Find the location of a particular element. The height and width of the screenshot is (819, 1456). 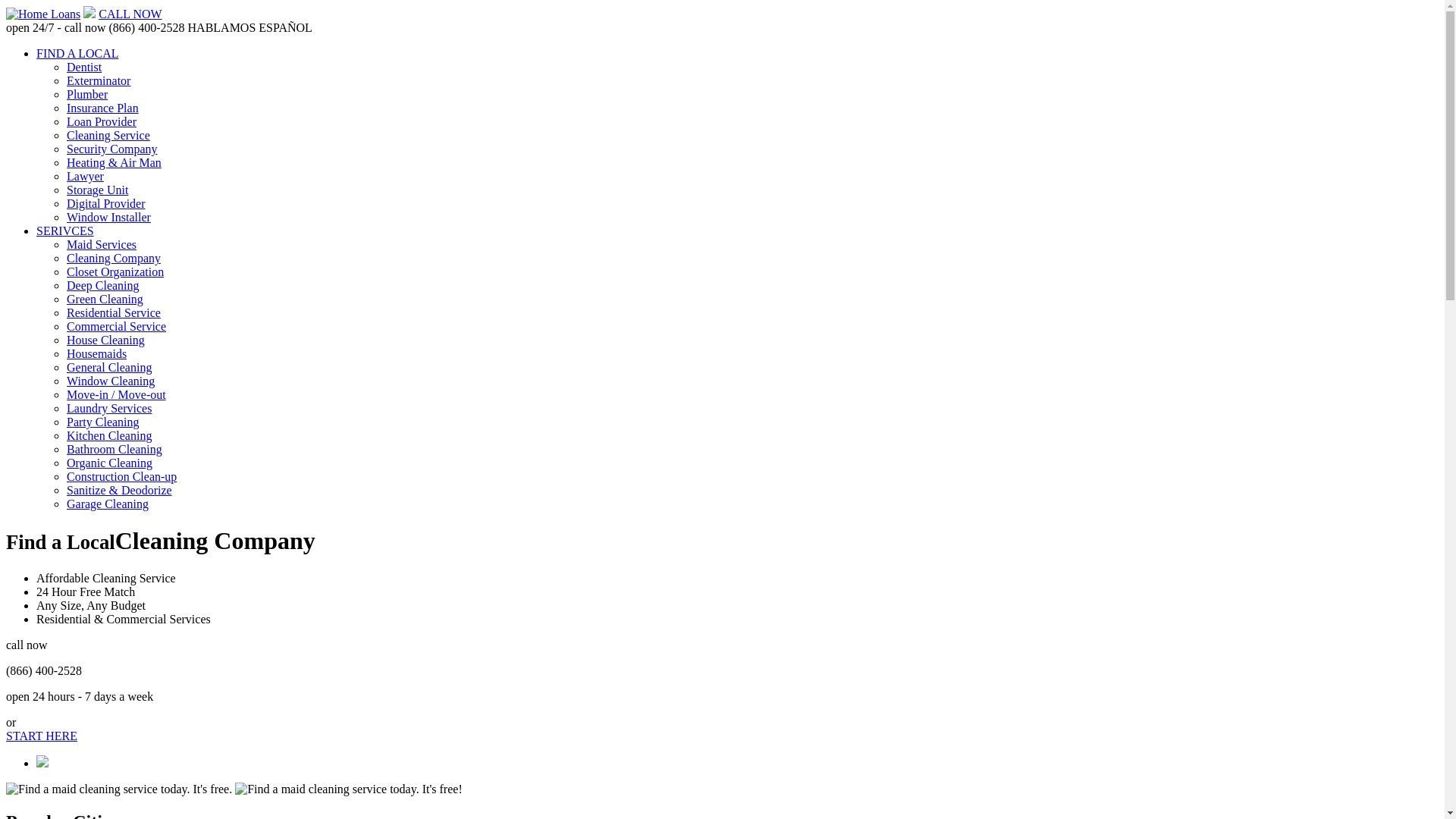

'Garage Cleaning' is located at coordinates (107, 504).